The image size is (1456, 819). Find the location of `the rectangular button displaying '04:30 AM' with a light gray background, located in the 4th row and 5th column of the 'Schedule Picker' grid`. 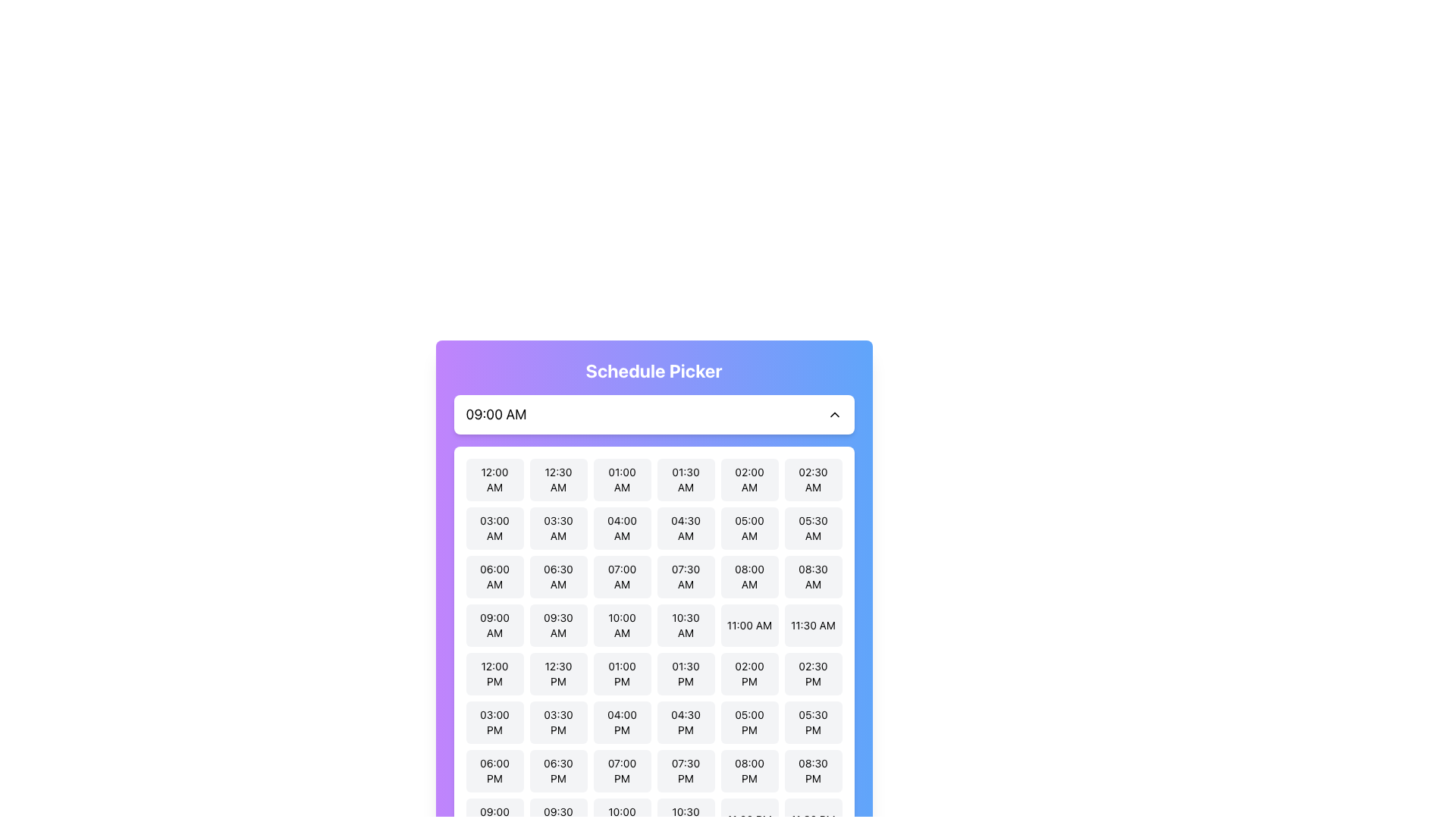

the rectangular button displaying '04:30 AM' with a light gray background, located in the 4th row and 5th column of the 'Schedule Picker' grid is located at coordinates (685, 528).